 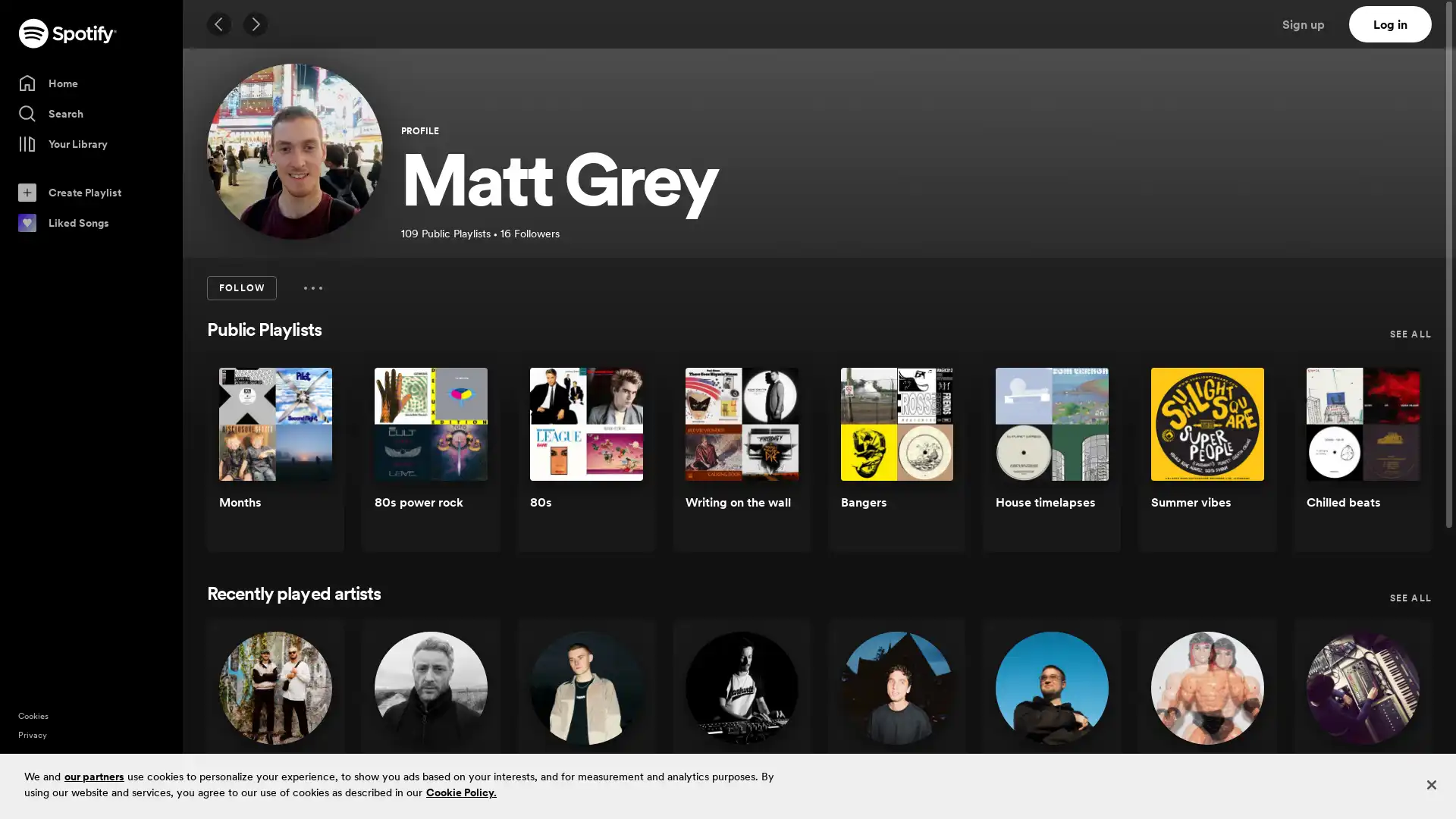 I want to click on FOLLOW, so click(x=240, y=288).